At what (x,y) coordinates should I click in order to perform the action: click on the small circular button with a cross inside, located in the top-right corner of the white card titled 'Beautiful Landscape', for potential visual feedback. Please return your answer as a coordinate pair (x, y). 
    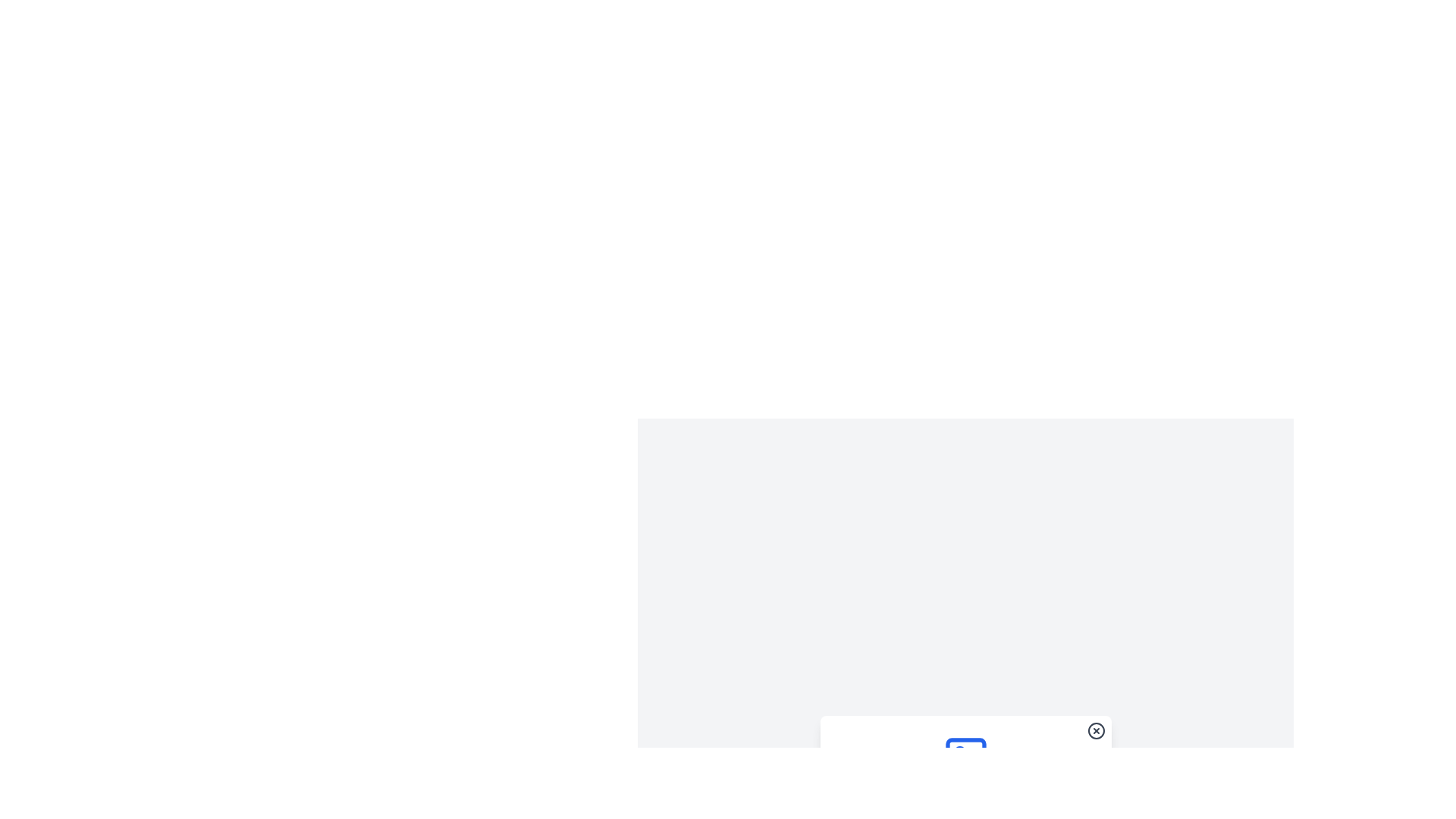
    Looking at the image, I should click on (1096, 730).